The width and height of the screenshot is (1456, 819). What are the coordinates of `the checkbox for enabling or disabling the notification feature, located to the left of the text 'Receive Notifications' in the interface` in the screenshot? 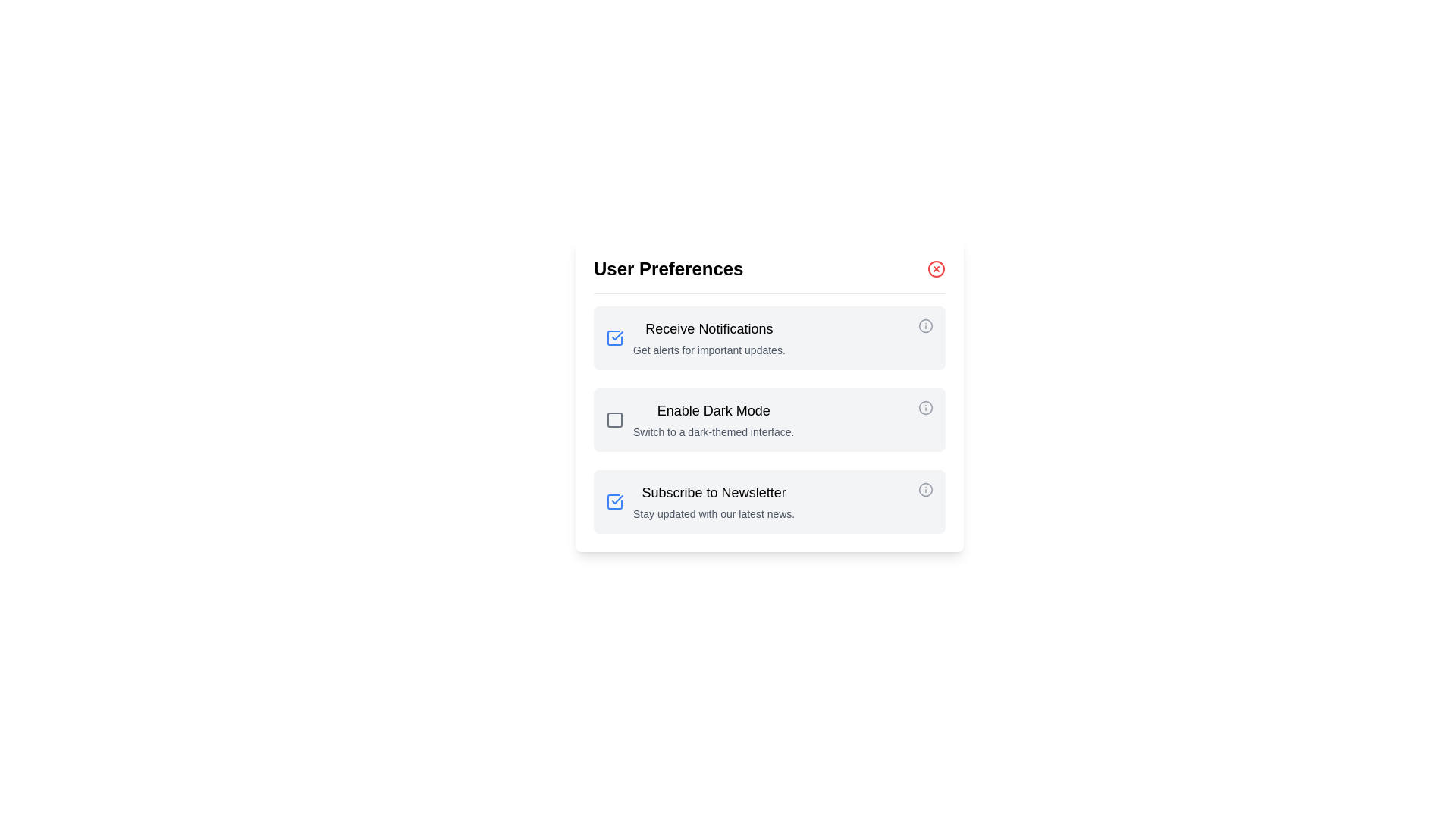 It's located at (619, 337).